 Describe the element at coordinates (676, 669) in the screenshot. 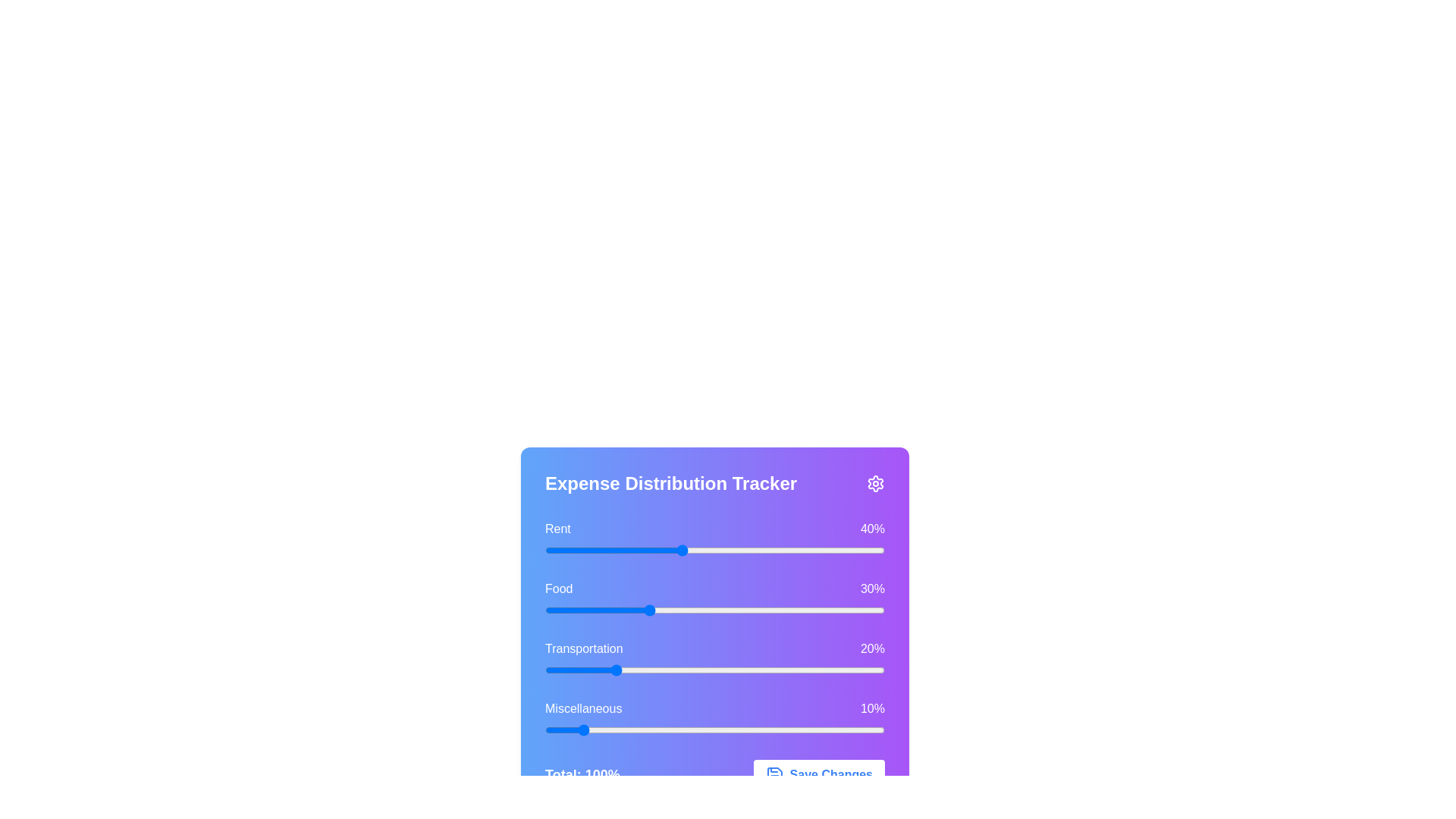

I see `the 'Transportation' slider` at that location.